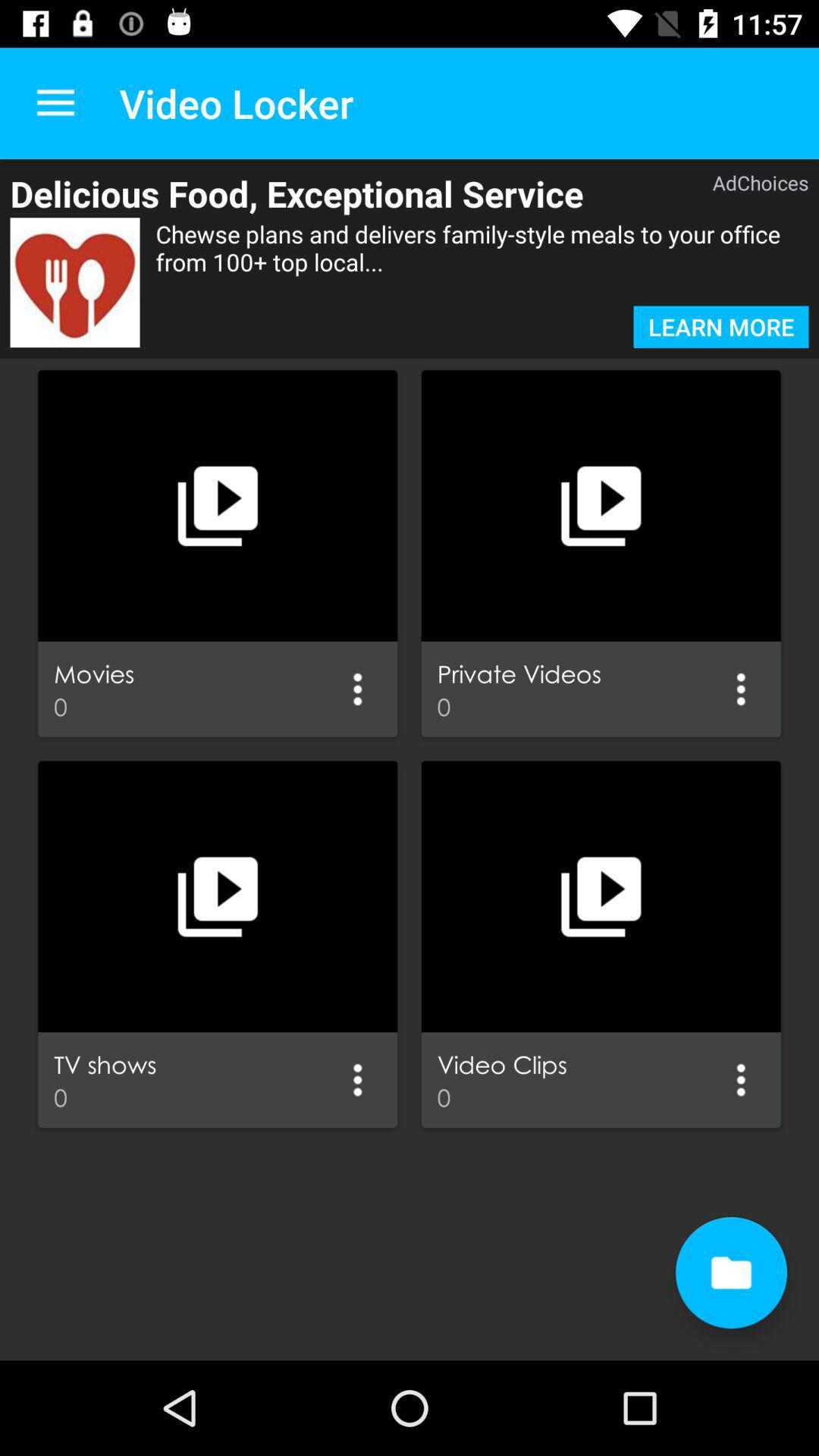 This screenshot has height=1456, width=819. I want to click on document option, so click(730, 1272).